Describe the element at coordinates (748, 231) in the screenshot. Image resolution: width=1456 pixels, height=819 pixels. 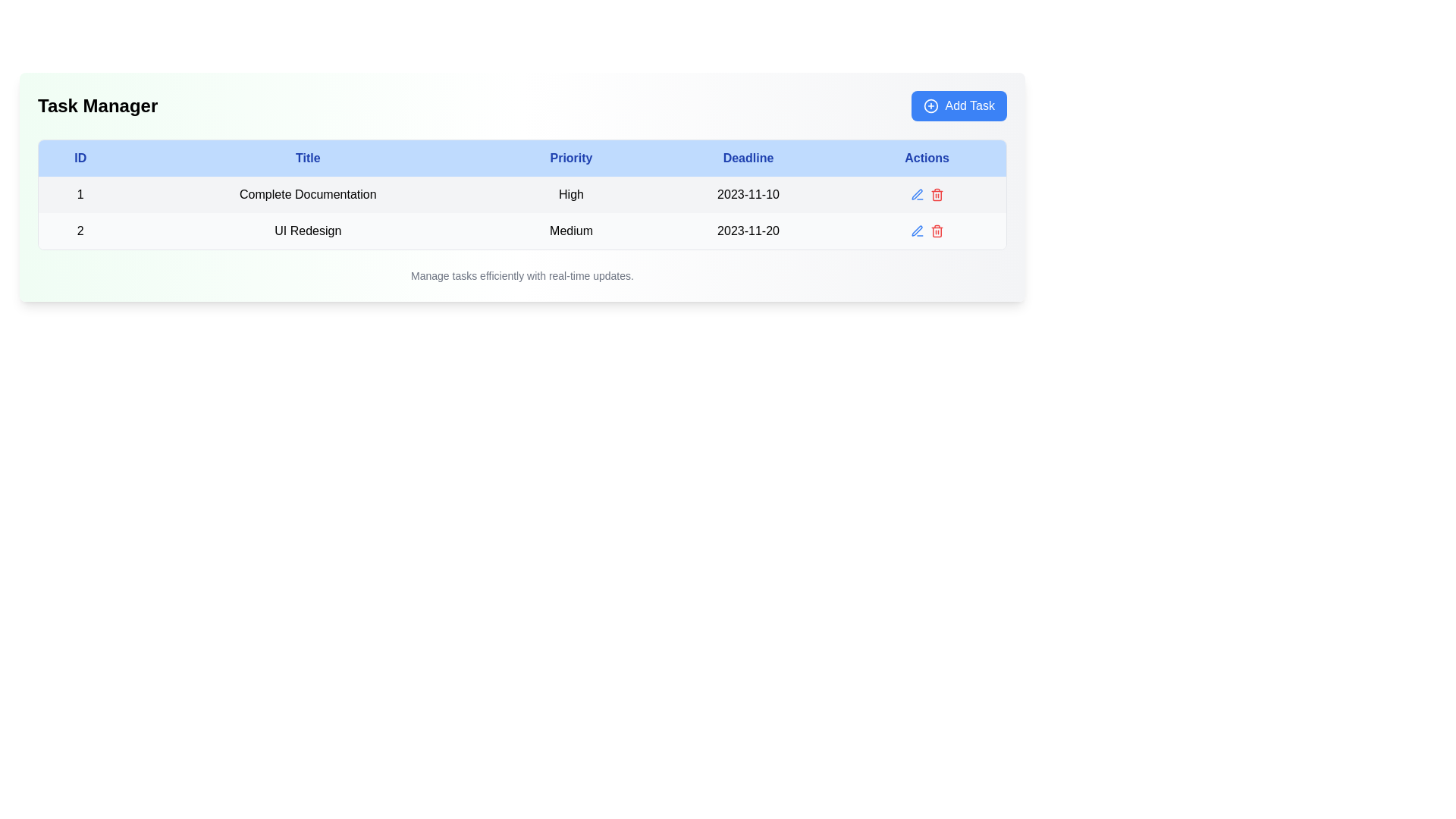
I see `the static text label that provides the deadline information for the 'UI Redesign' task, located in the 'Deadline' column of the table's second row` at that location.